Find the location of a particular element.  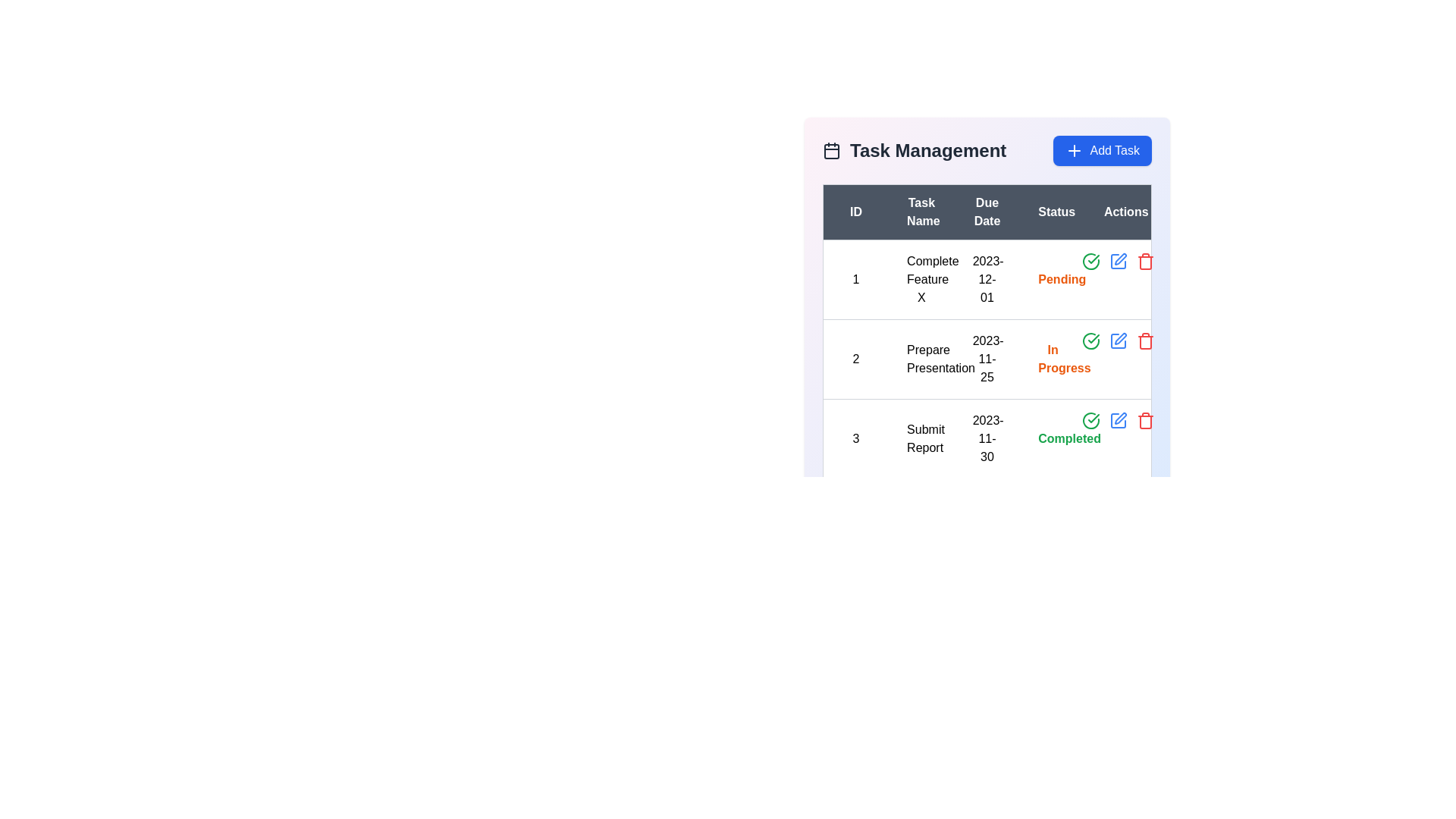

the label indicating the task name 'Complete Feature X' located in the second column of the first row of the task management table is located at coordinates (921, 280).